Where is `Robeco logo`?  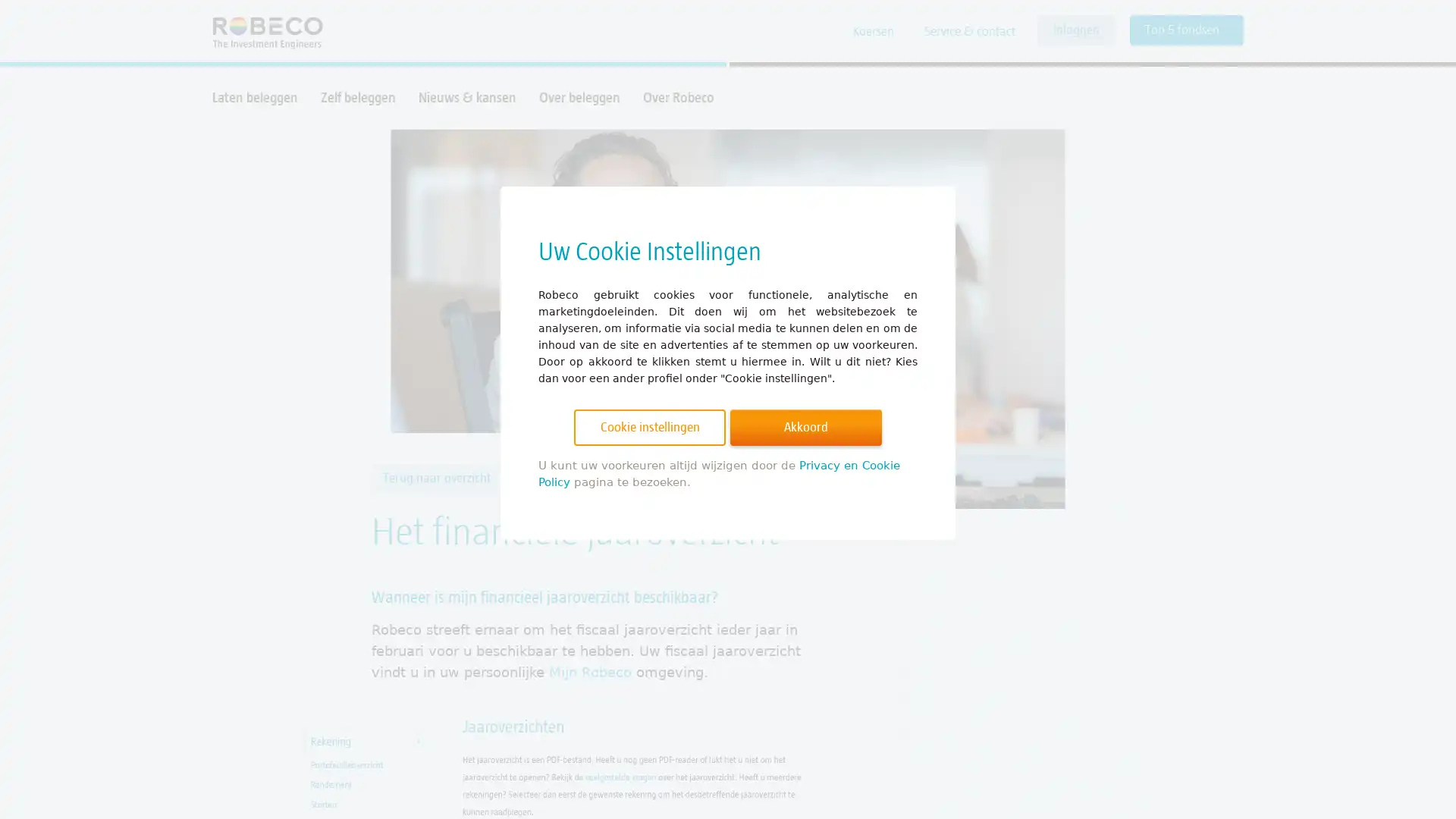
Robeco logo is located at coordinates (260, 31).